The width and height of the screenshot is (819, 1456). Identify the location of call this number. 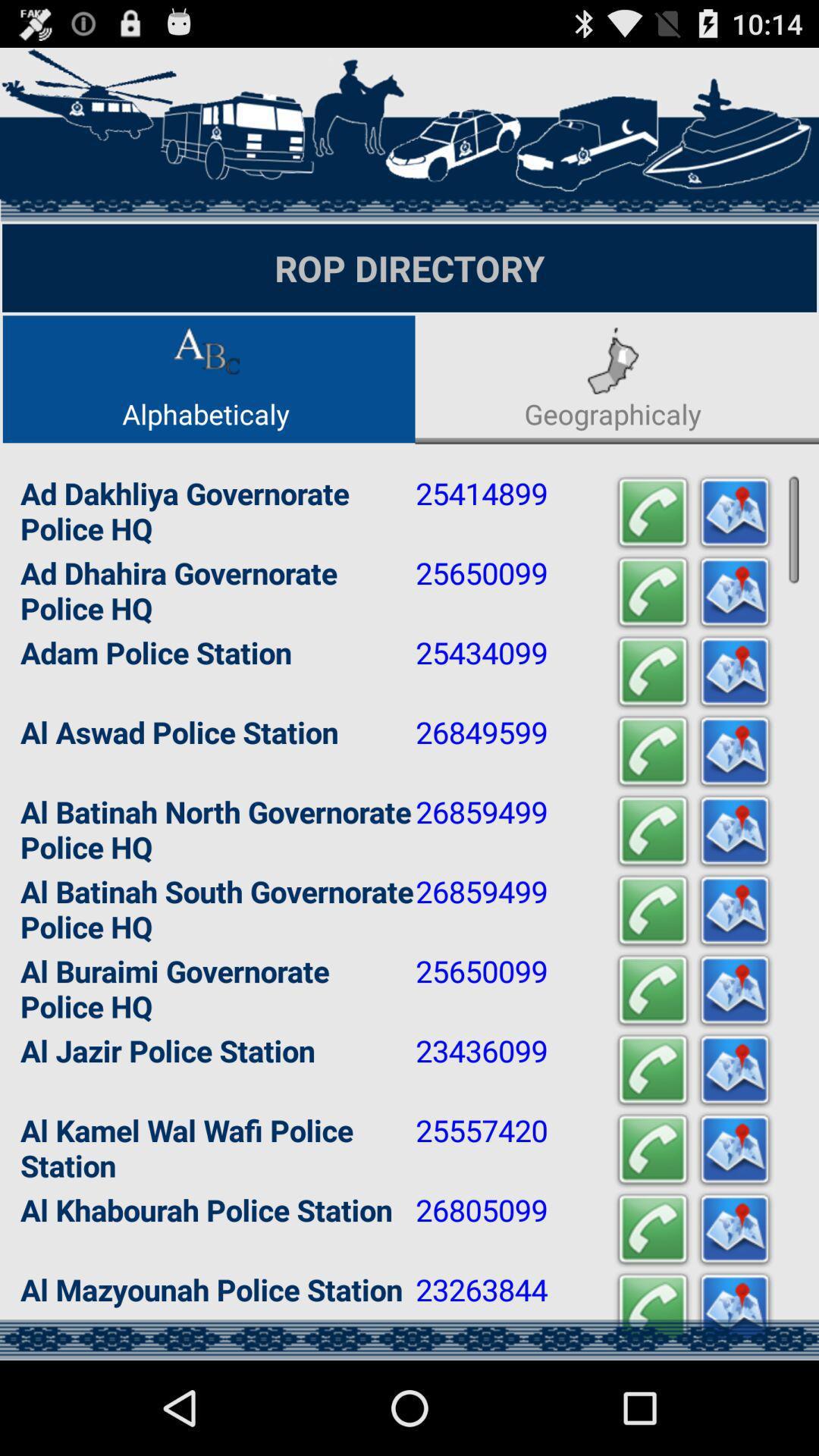
(651, 1308).